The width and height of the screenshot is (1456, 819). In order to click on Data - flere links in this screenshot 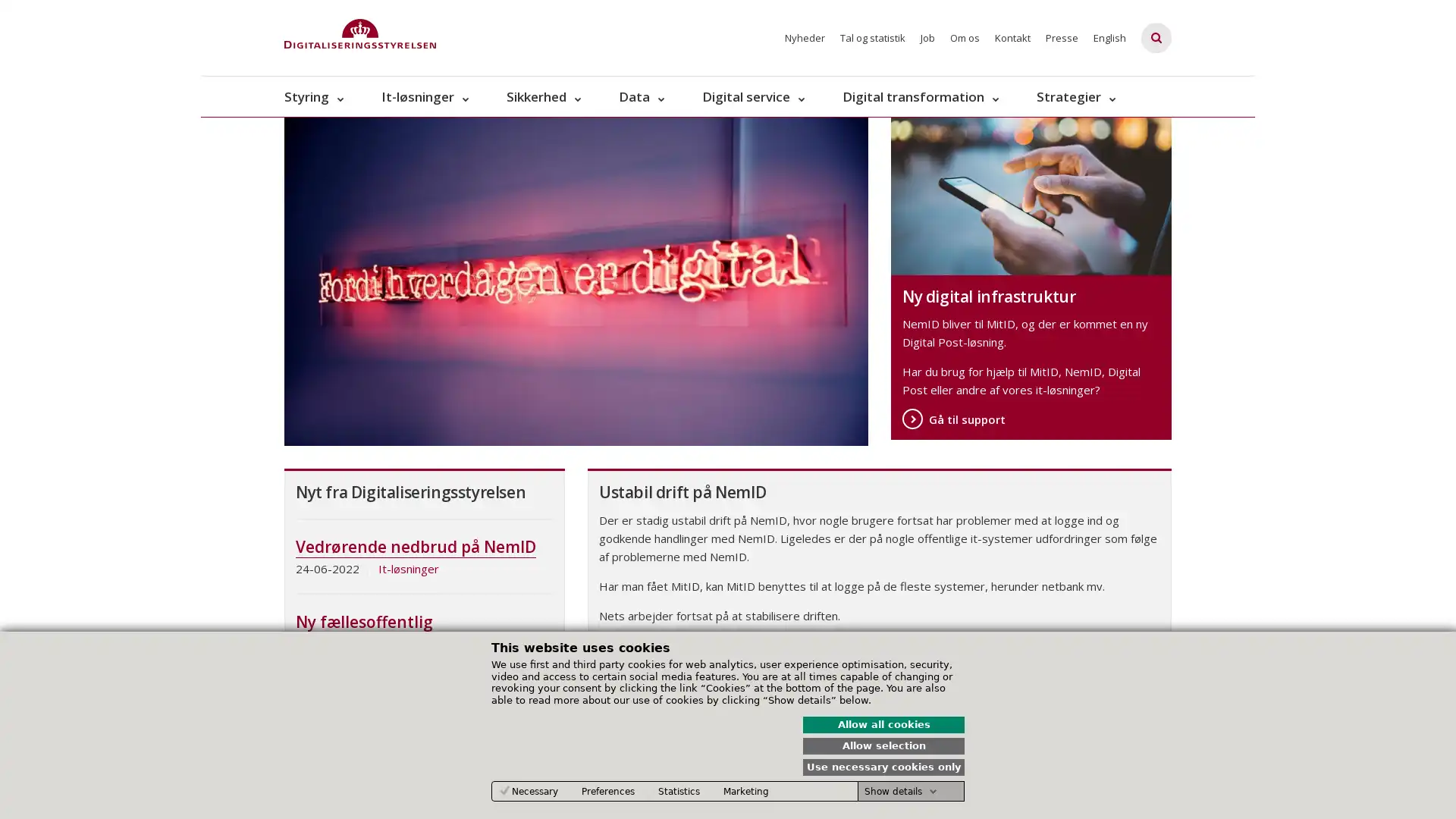, I will do `click(661, 97)`.